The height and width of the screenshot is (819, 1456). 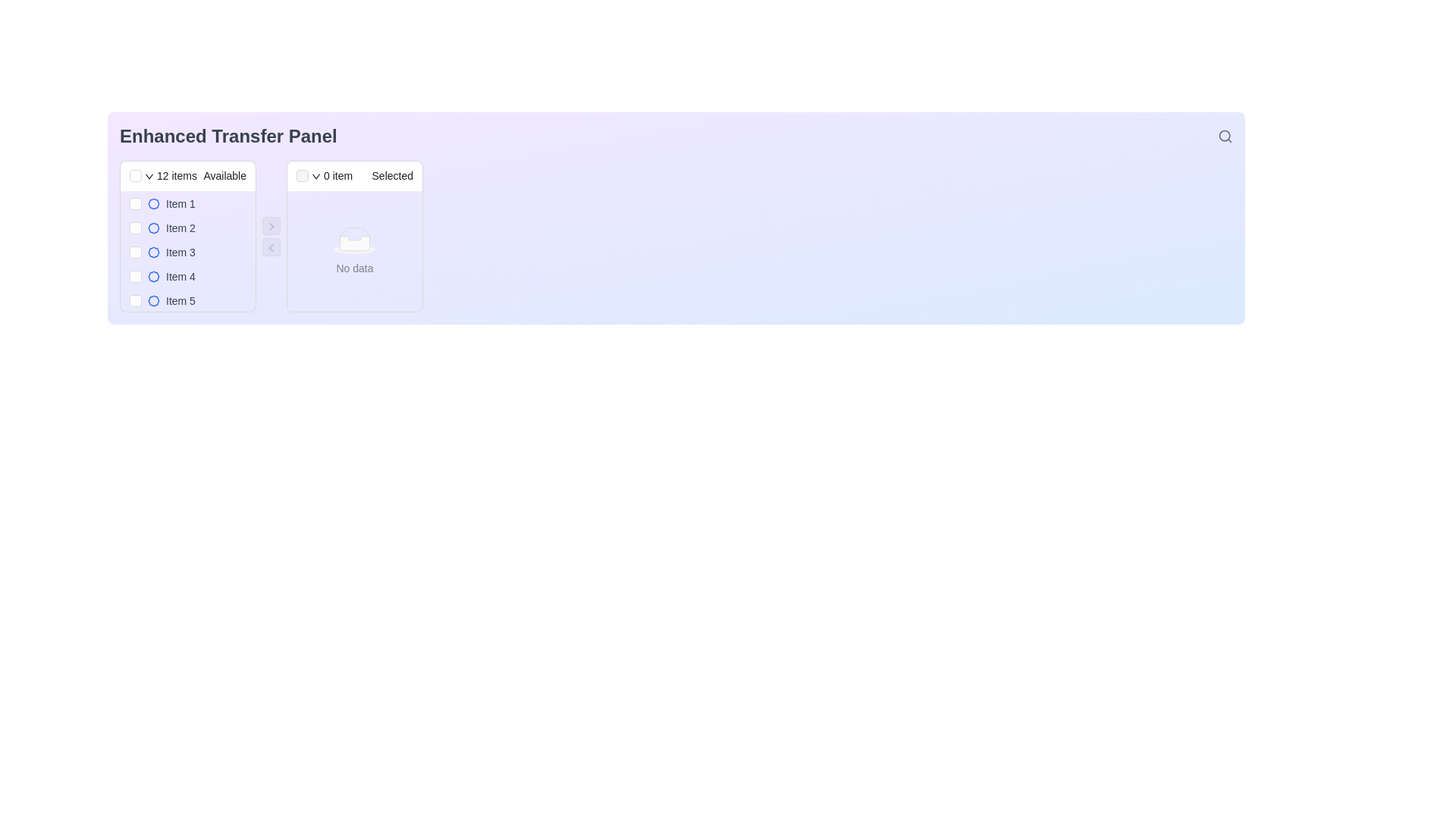 I want to click on the icon or badge next to the label 'Item 2' in the left panel, so click(x=153, y=227).